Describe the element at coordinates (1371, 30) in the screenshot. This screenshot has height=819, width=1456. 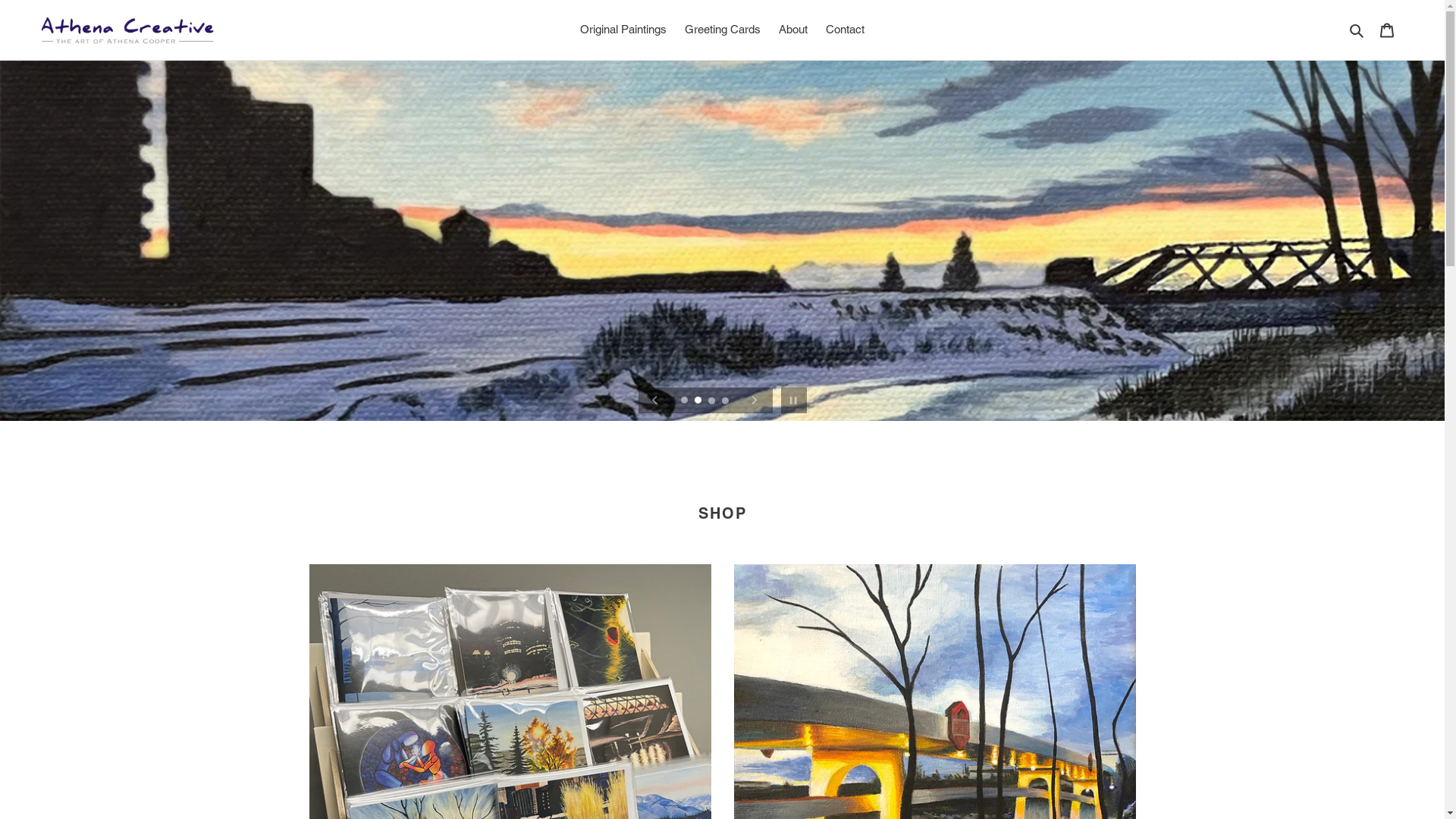
I see `'Cart'` at that location.